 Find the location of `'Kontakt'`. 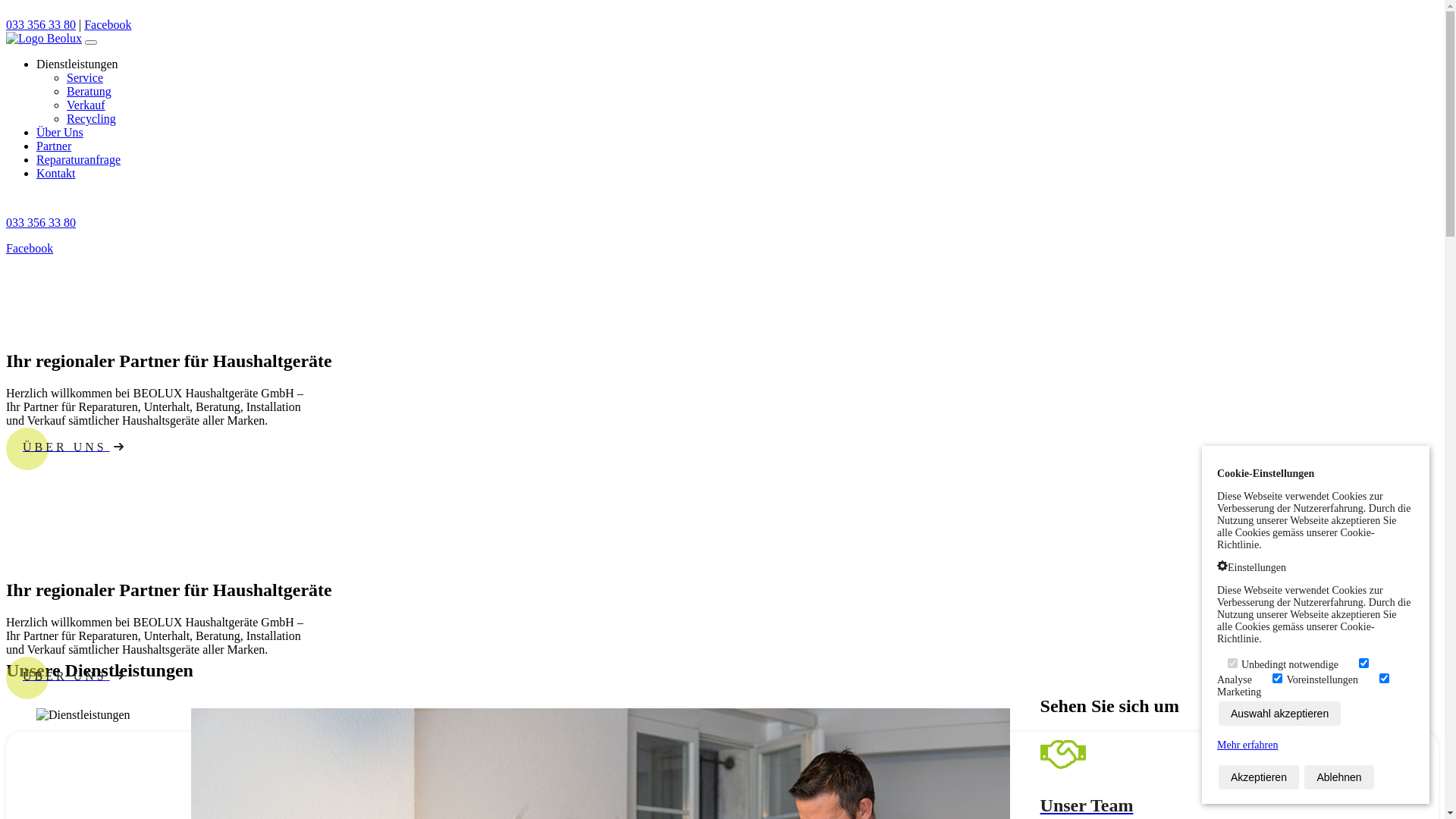

'Kontakt' is located at coordinates (55, 172).